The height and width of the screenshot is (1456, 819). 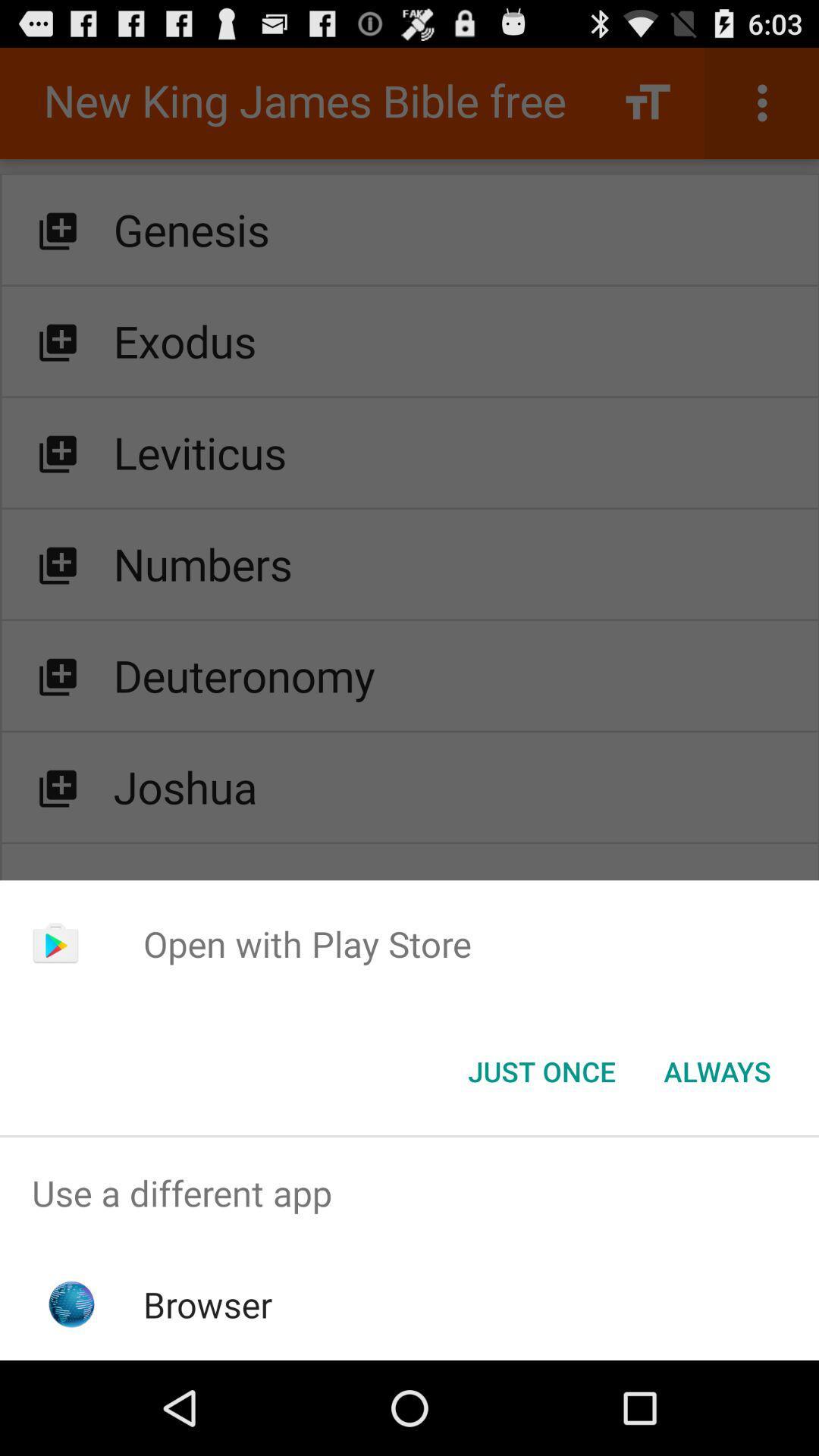 What do you see at coordinates (409, 1192) in the screenshot?
I see `the use a different app` at bounding box center [409, 1192].